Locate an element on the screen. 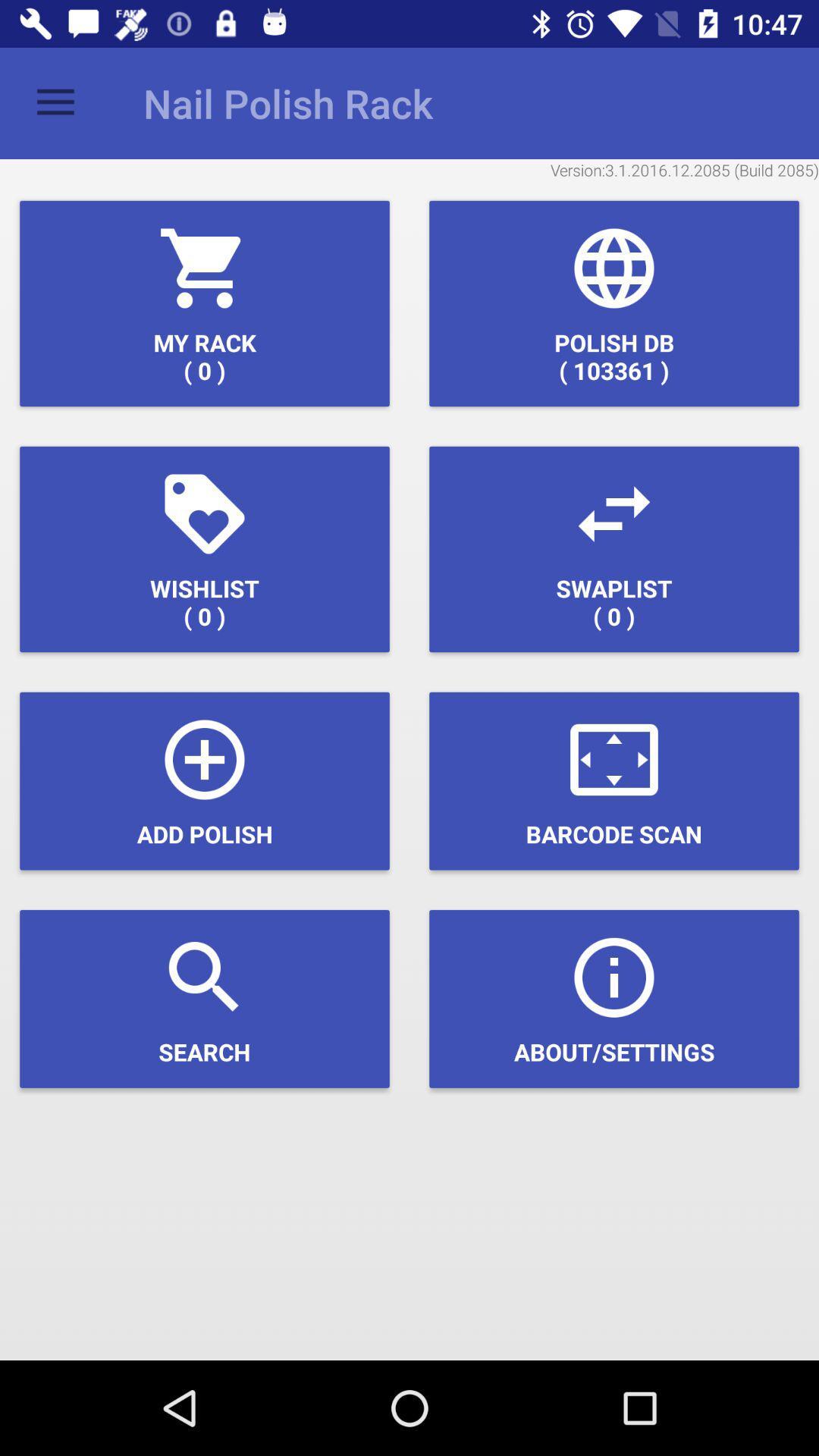  icon above add polish icon is located at coordinates (205, 548).